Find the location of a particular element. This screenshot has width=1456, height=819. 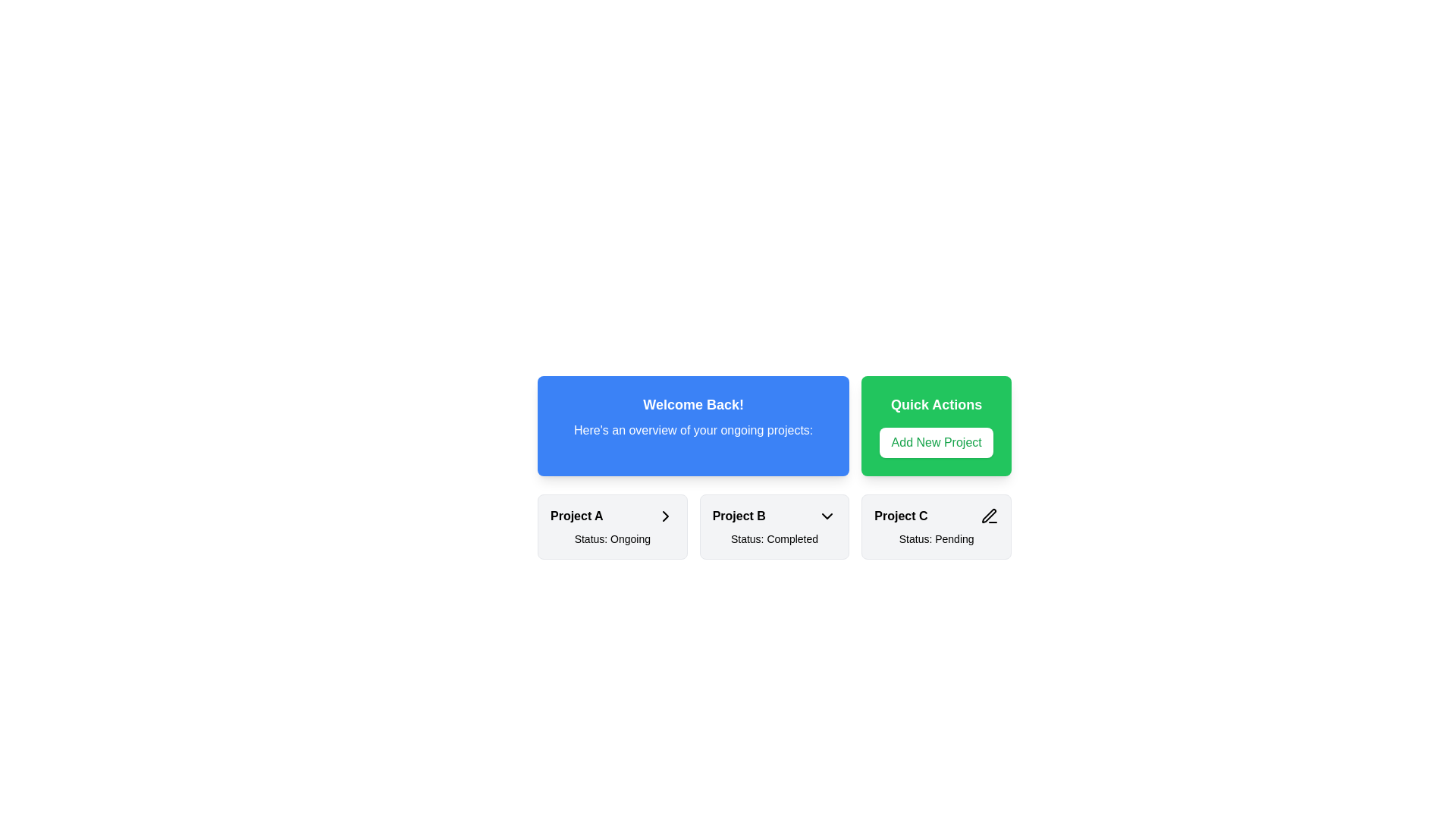

text label that displays 'Project B' in bold, centered above 'Status: Completed' within the second project card is located at coordinates (739, 516).